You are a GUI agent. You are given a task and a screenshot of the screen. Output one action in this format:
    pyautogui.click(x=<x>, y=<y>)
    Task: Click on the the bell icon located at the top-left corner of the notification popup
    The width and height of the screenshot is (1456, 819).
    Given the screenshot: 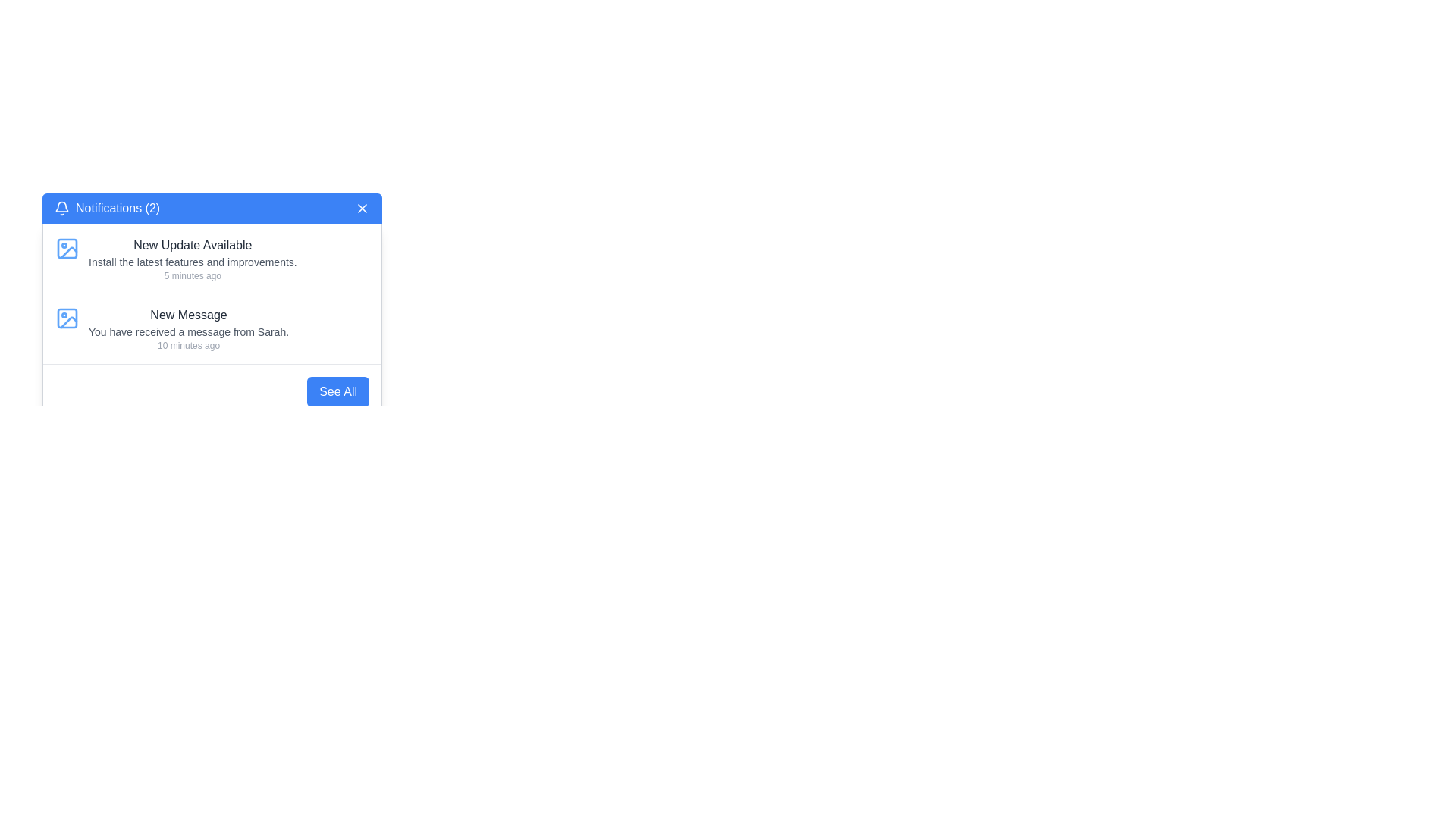 What is the action you would take?
    pyautogui.click(x=61, y=208)
    